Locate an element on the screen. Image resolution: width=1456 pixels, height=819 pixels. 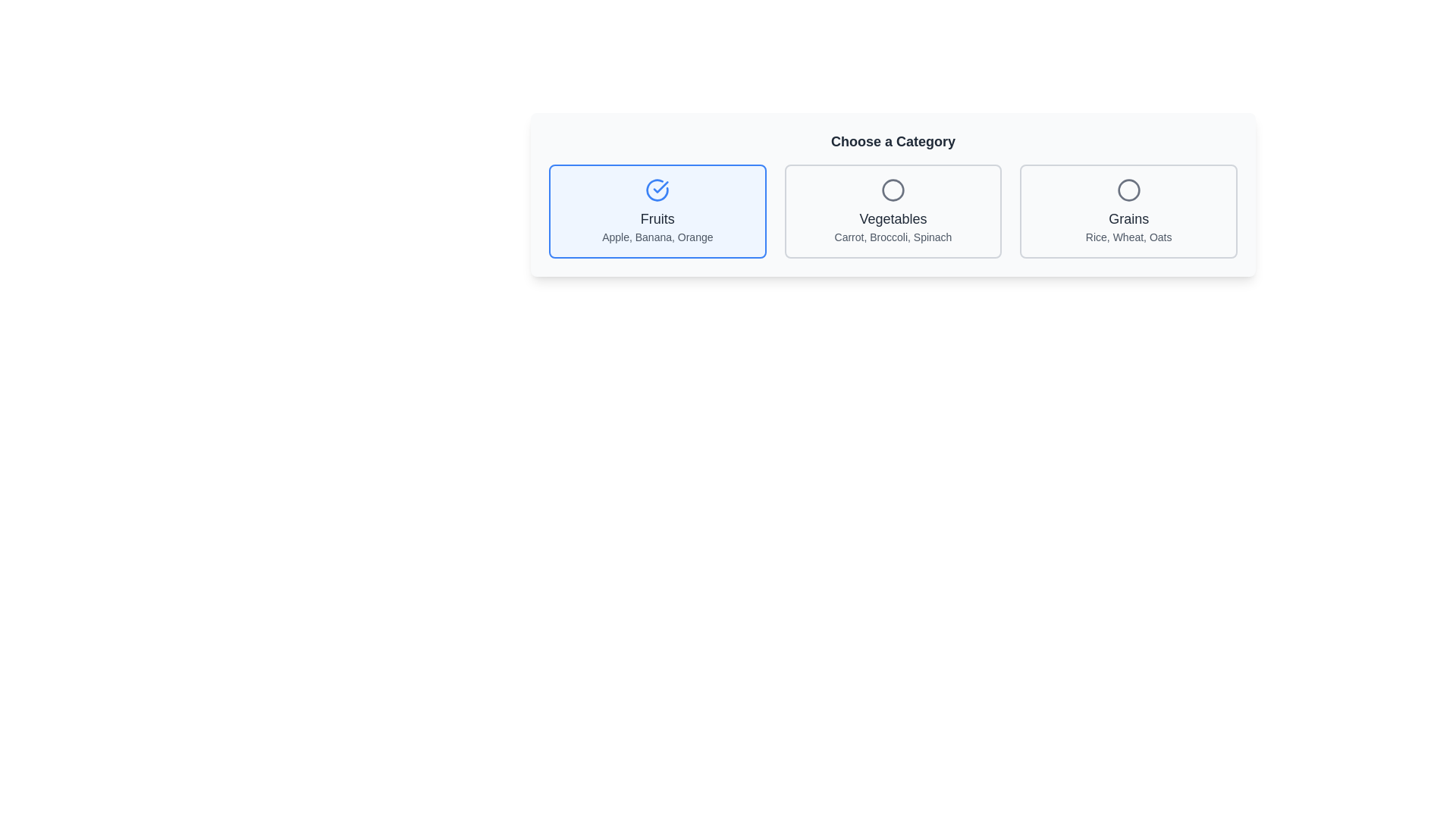
the Circle icon located inside the 'Vegetables' button of the category selection group, which has a diameter of 20 units and a stroke color is located at coordinates (893, 189).